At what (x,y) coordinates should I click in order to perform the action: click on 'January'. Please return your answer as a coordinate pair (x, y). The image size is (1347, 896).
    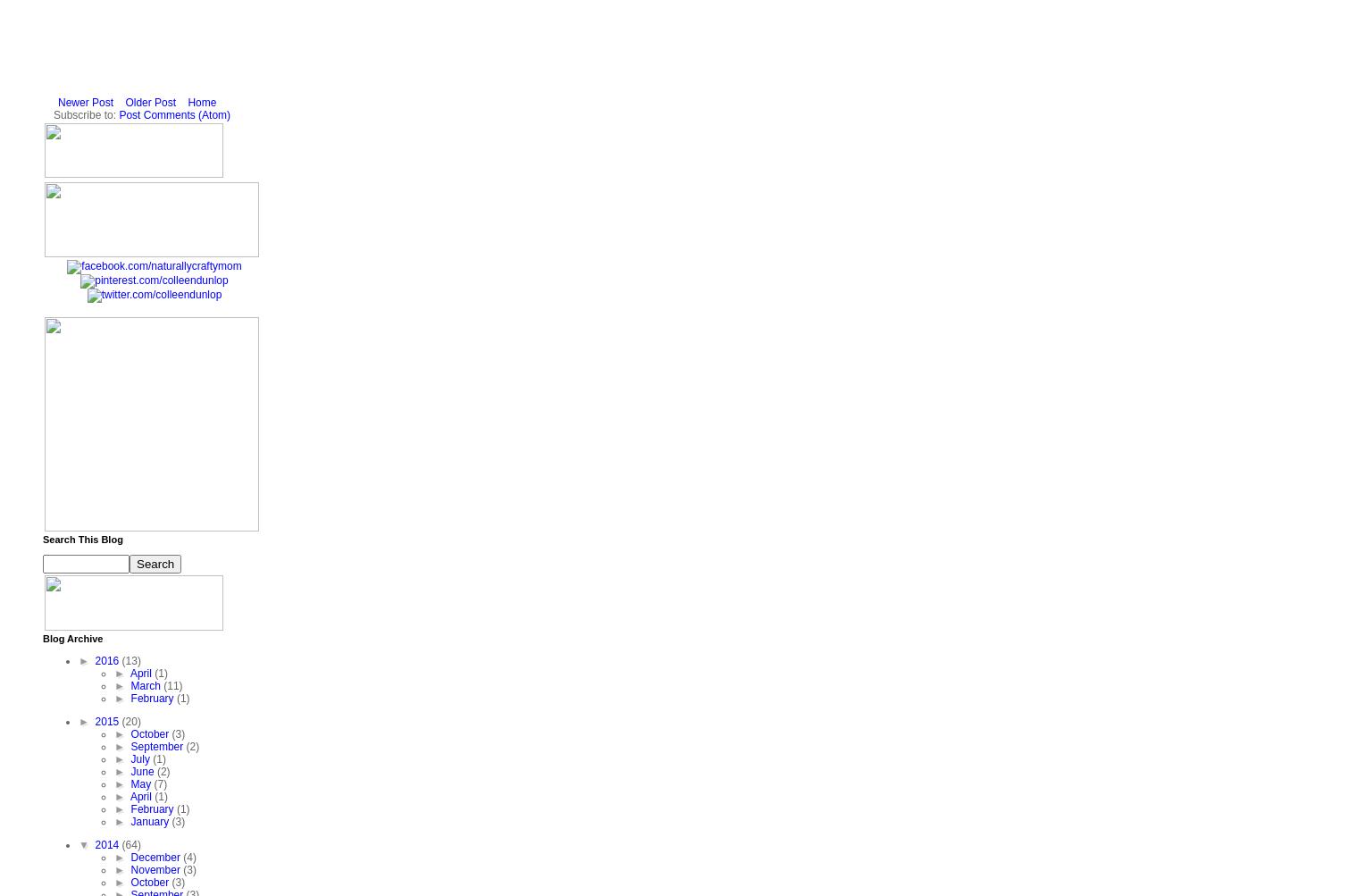
    Looking at the image, I should click on (151, 820).